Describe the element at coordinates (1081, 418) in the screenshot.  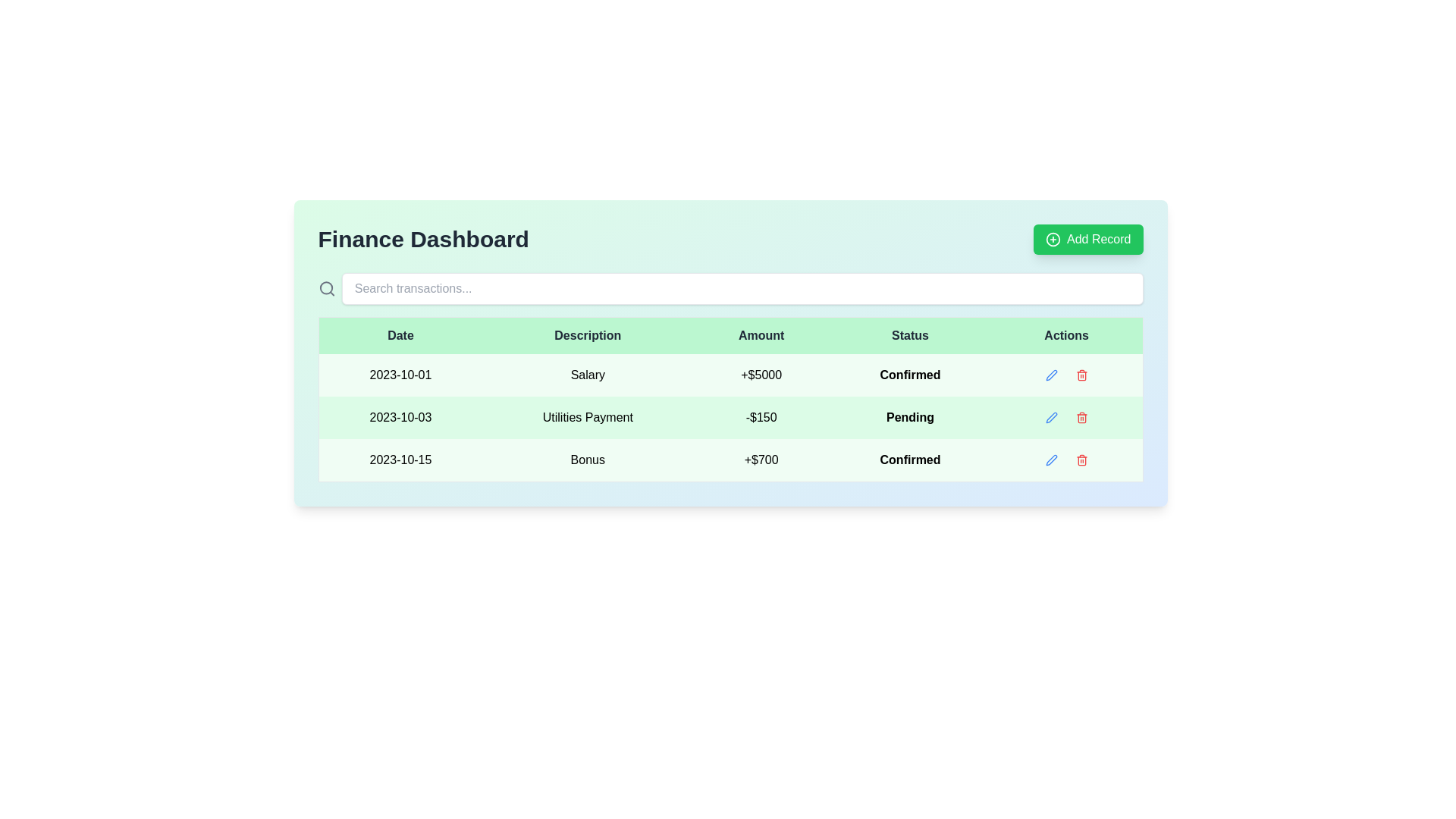
I see `the delete icon button located in the 'Actions' column of the second row for the 'Utilities Payment' entry dated '2023-10-03'` at that location.